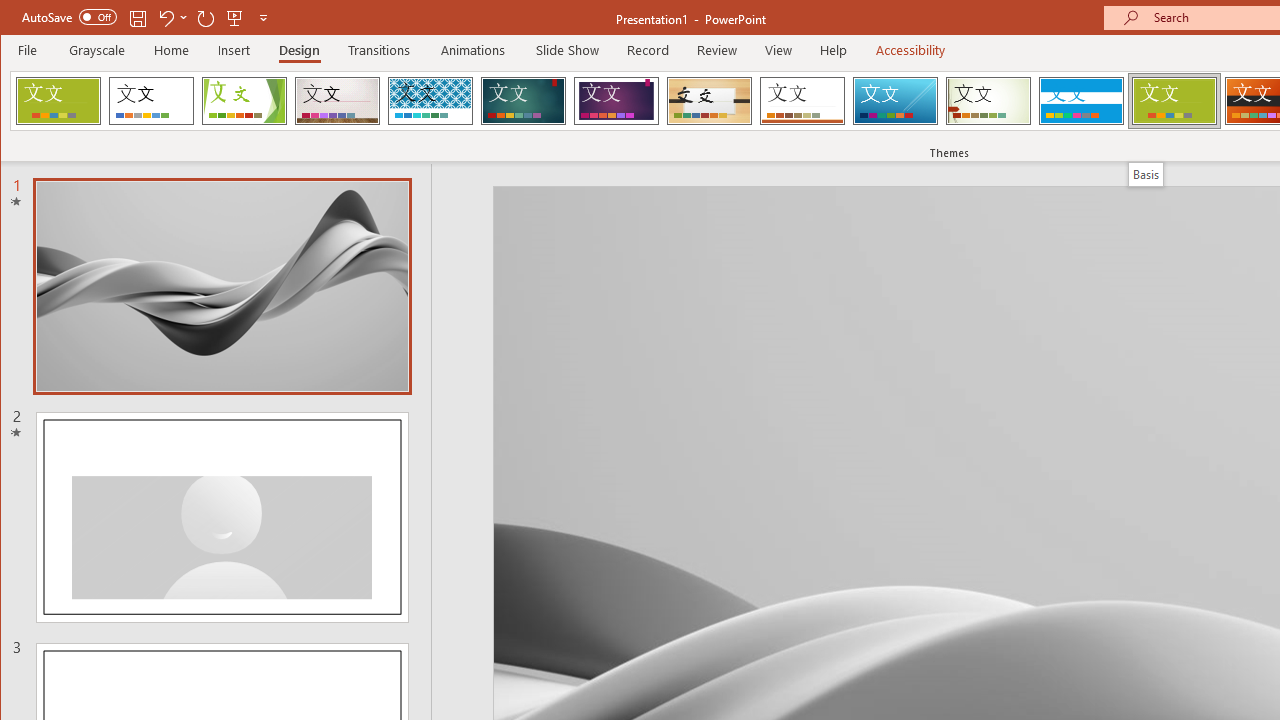 The width and height of the screenshot is (1280, 720). What do you see at coordinates (894, 100) in the screenshot?
I see `'Slice'` at bounding box center [894, 100].